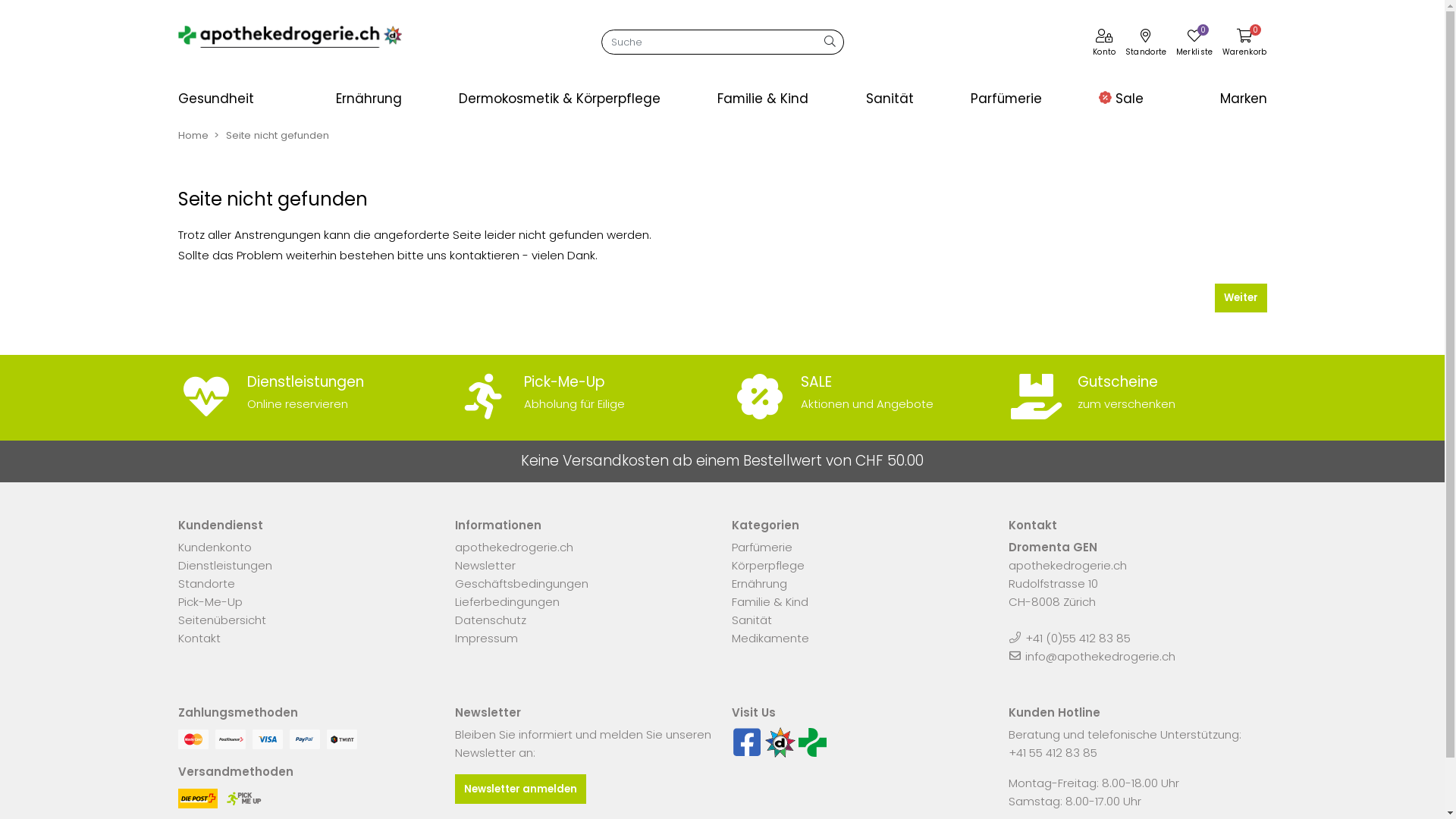 Image resolution: width=1456 pixels, height=819 pixels. Describe the element at coordinates (1194, 43) in the screenshot. I see `'0` at that location.